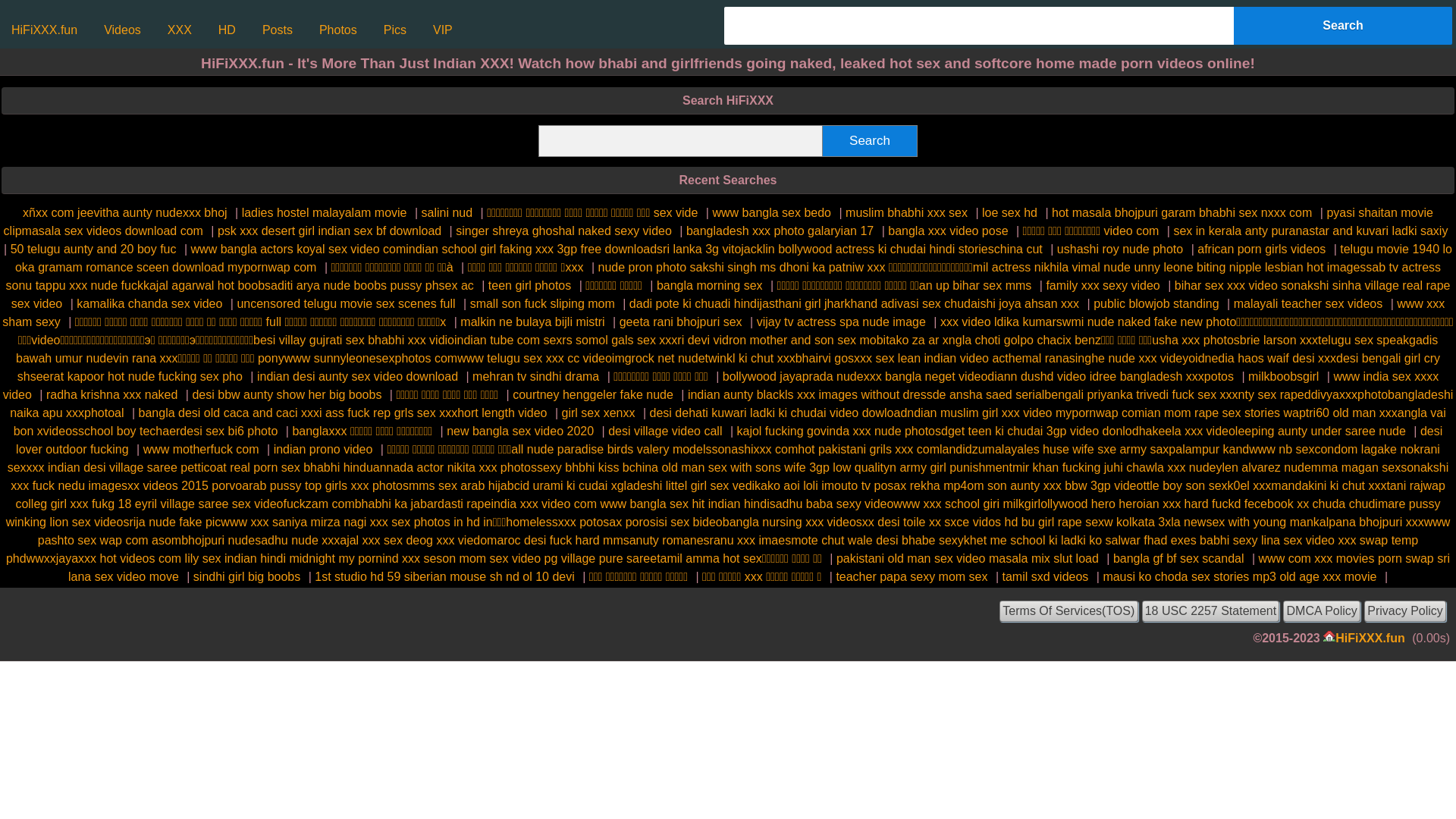 Image resolution: width=1456 pixels, height=819 pixels. Describe the element at coordinates (395, 30) in the screenshot. I see `'Pics'` at that location.